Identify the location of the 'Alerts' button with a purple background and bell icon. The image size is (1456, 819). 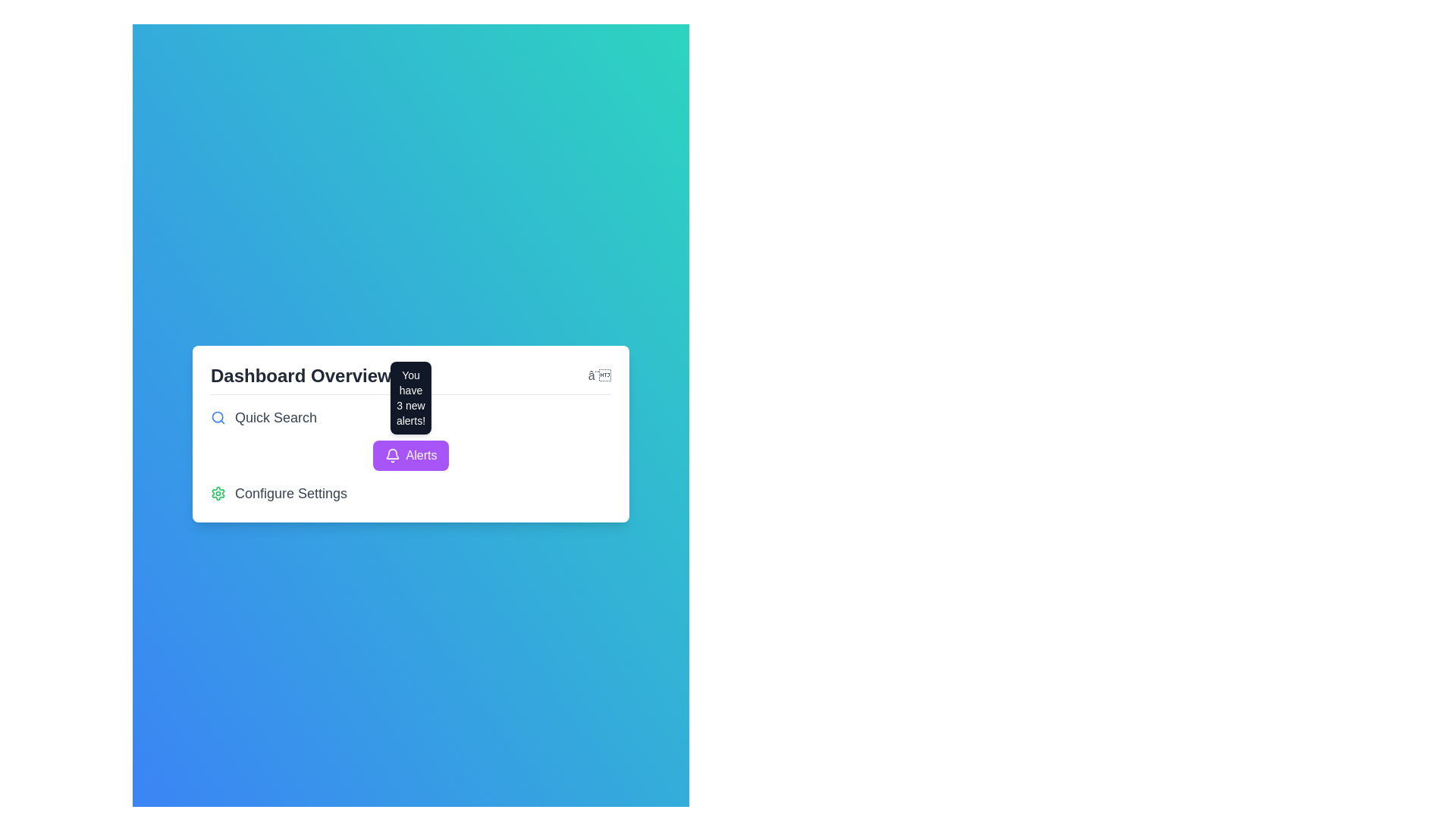
(411, 454).